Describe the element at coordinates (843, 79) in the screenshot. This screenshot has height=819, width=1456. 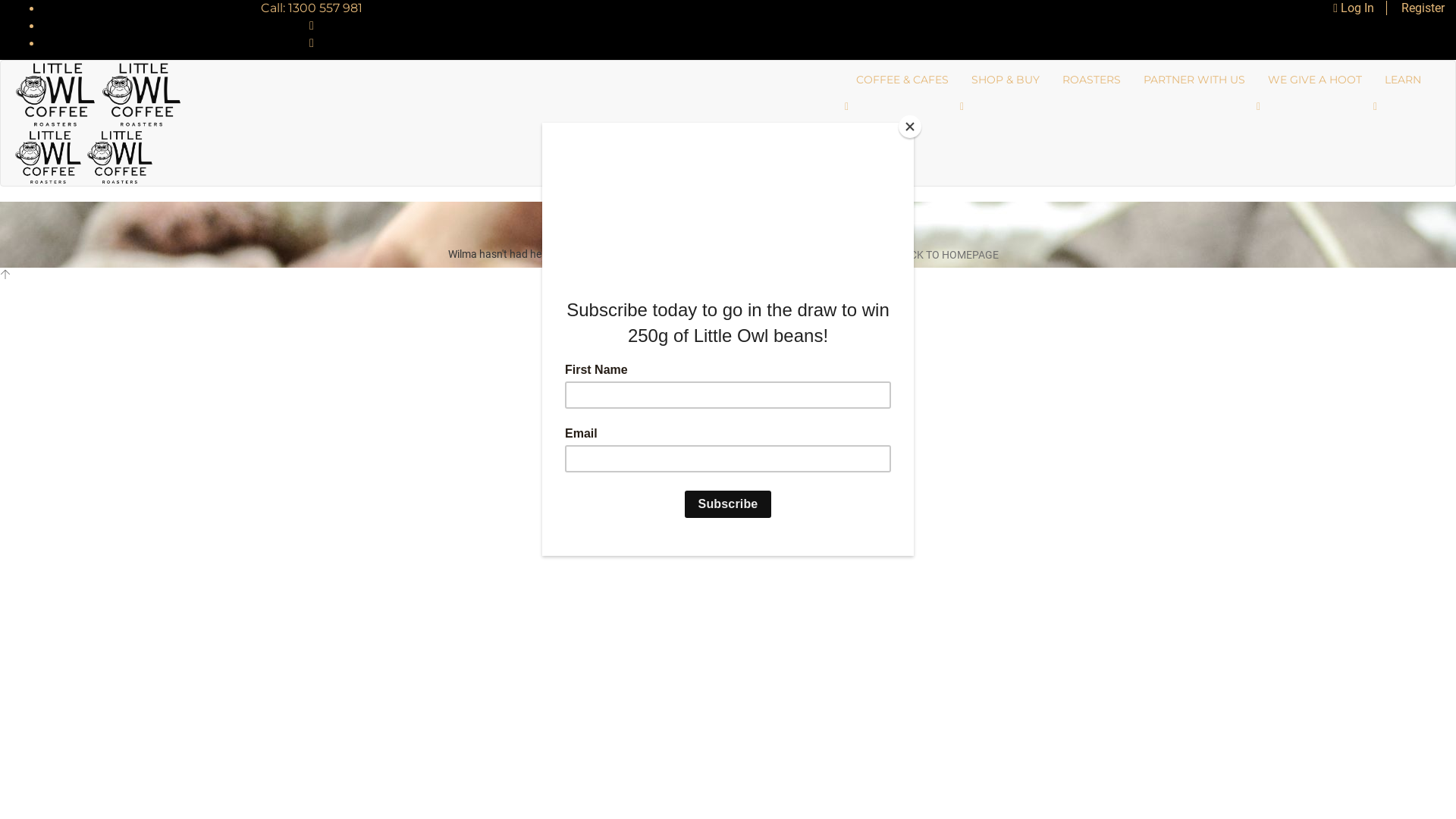
I see `'COFFEE & CAFES'` at that location.